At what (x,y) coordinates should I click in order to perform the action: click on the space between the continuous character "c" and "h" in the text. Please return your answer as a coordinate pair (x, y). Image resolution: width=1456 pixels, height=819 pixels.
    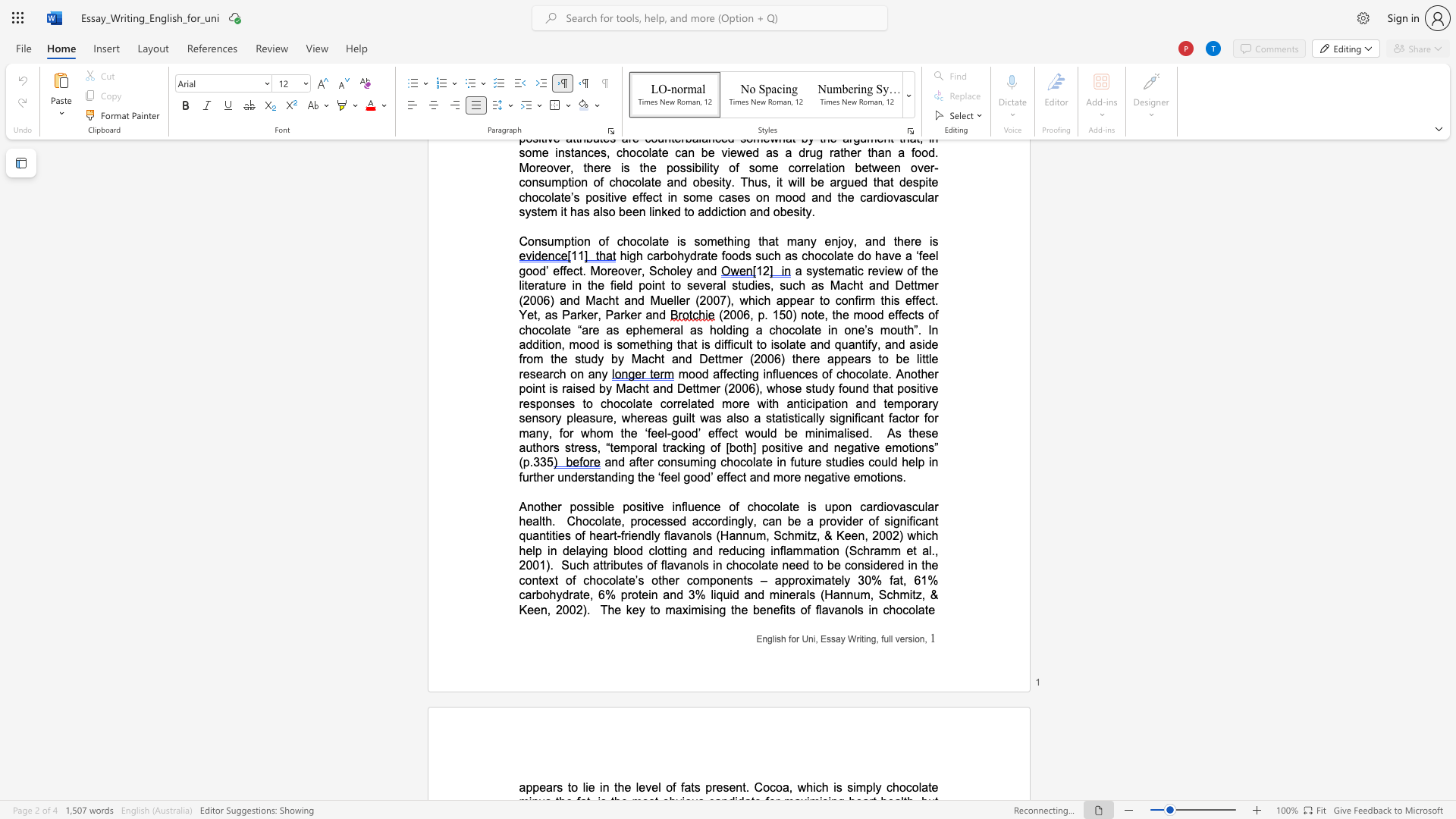
    Looking at the image, I should click on (753, 507).